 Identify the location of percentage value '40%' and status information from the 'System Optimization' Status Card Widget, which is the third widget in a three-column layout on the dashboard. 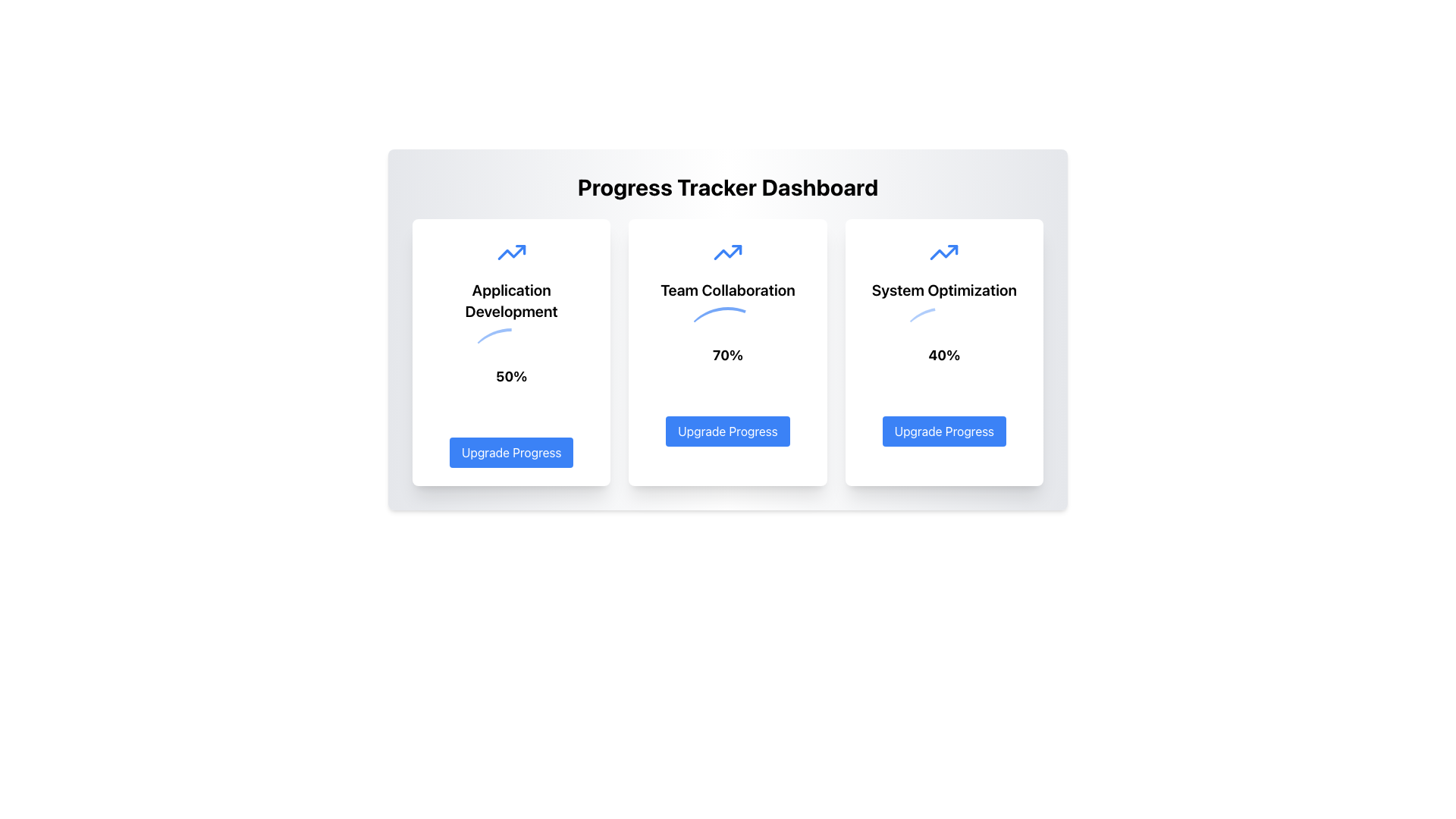
(943, 353).